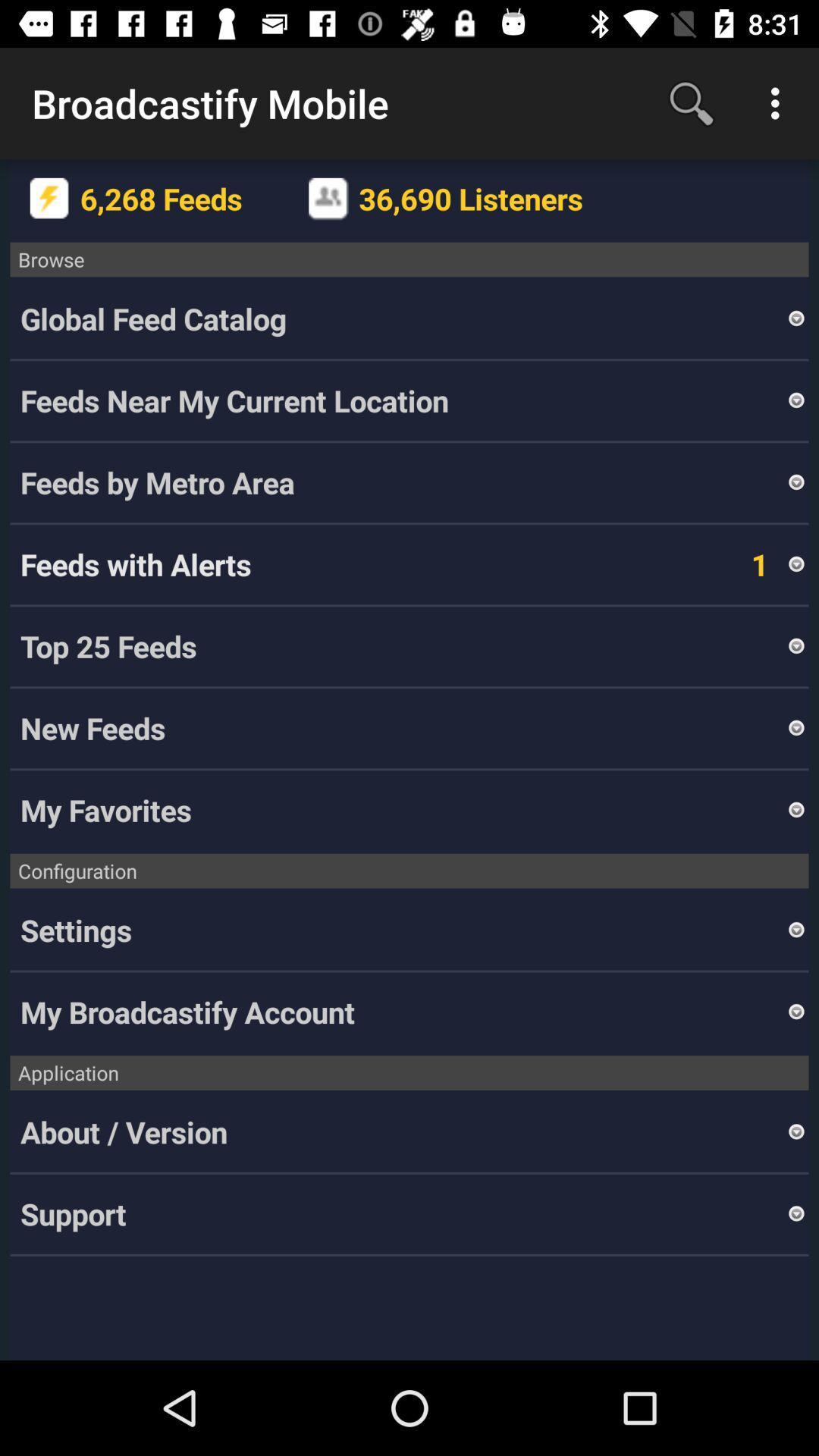  Describe the element at coordinates (795, 318) in the screenshot. I see `the icon above the feeds near my` at that location.